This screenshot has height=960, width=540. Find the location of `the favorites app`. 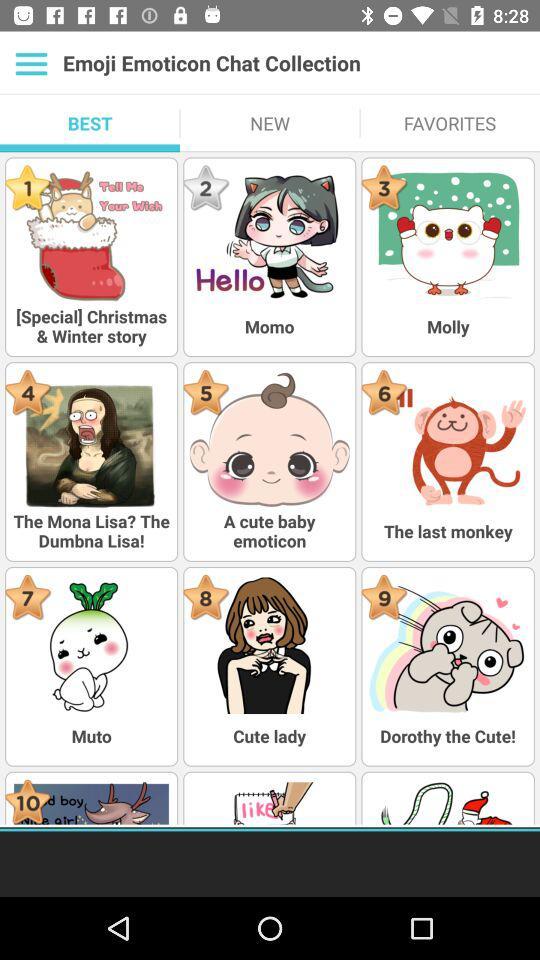

the favorites app is located at coordinates (449, 122).